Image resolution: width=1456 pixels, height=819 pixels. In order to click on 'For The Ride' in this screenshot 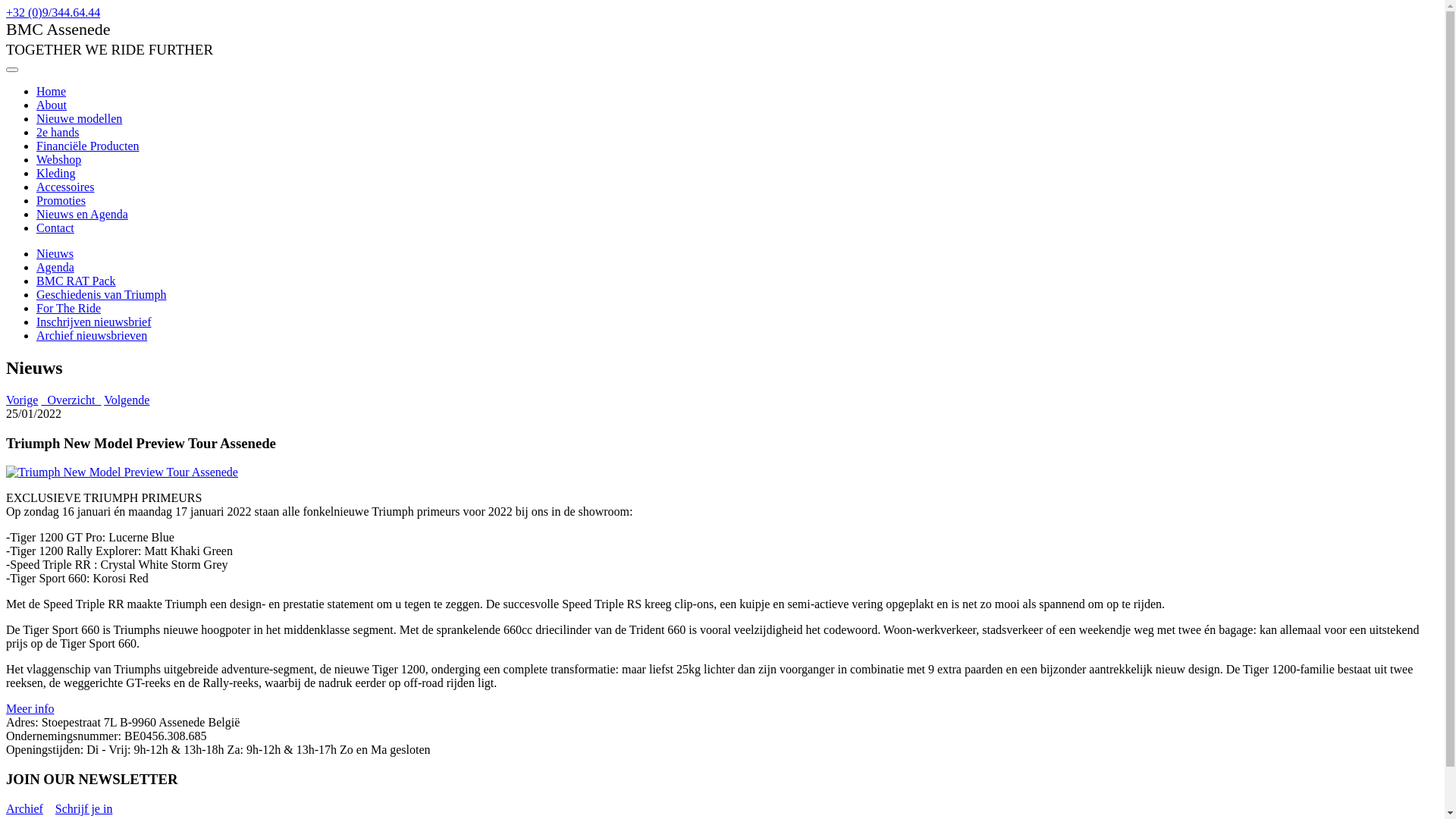, I will do `click(67, 307)`.